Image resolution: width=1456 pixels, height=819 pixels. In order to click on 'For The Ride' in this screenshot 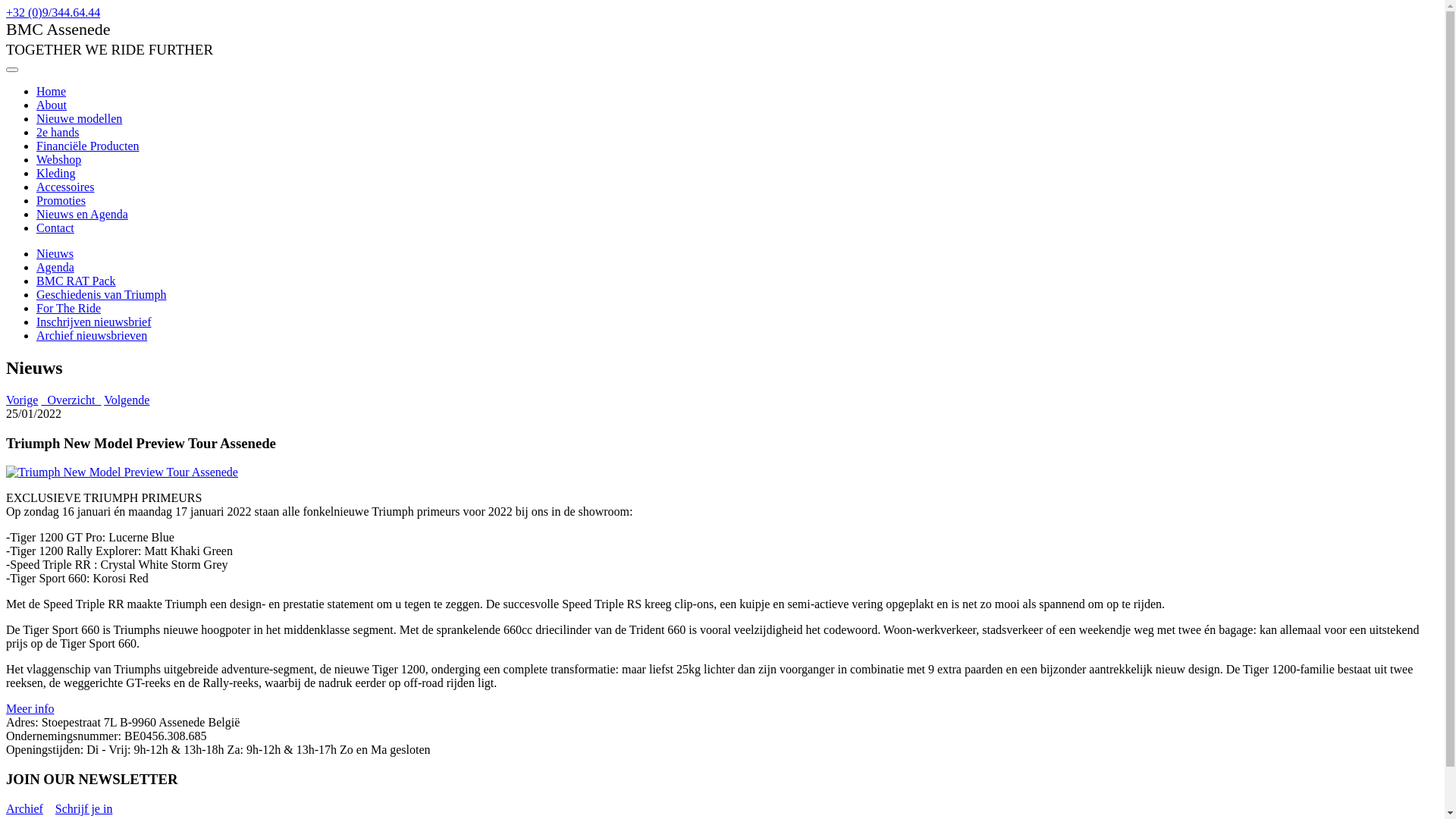, I will do `click(67, 307)`.